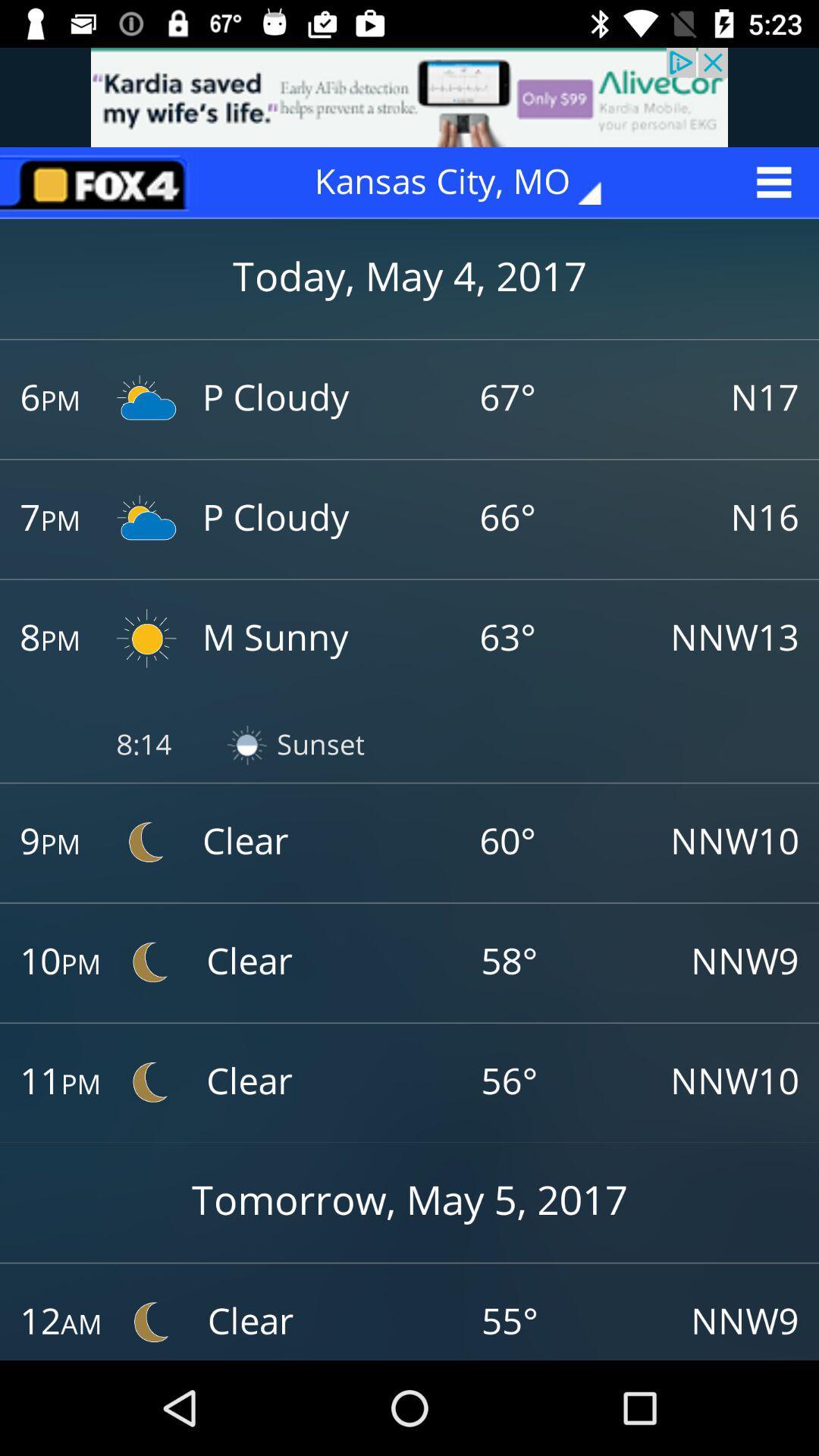 The height and width of the screenshot is (1456, 819). Describe the element at coordinates (409, 96) in the screenshot. I see `try this website` at that location.